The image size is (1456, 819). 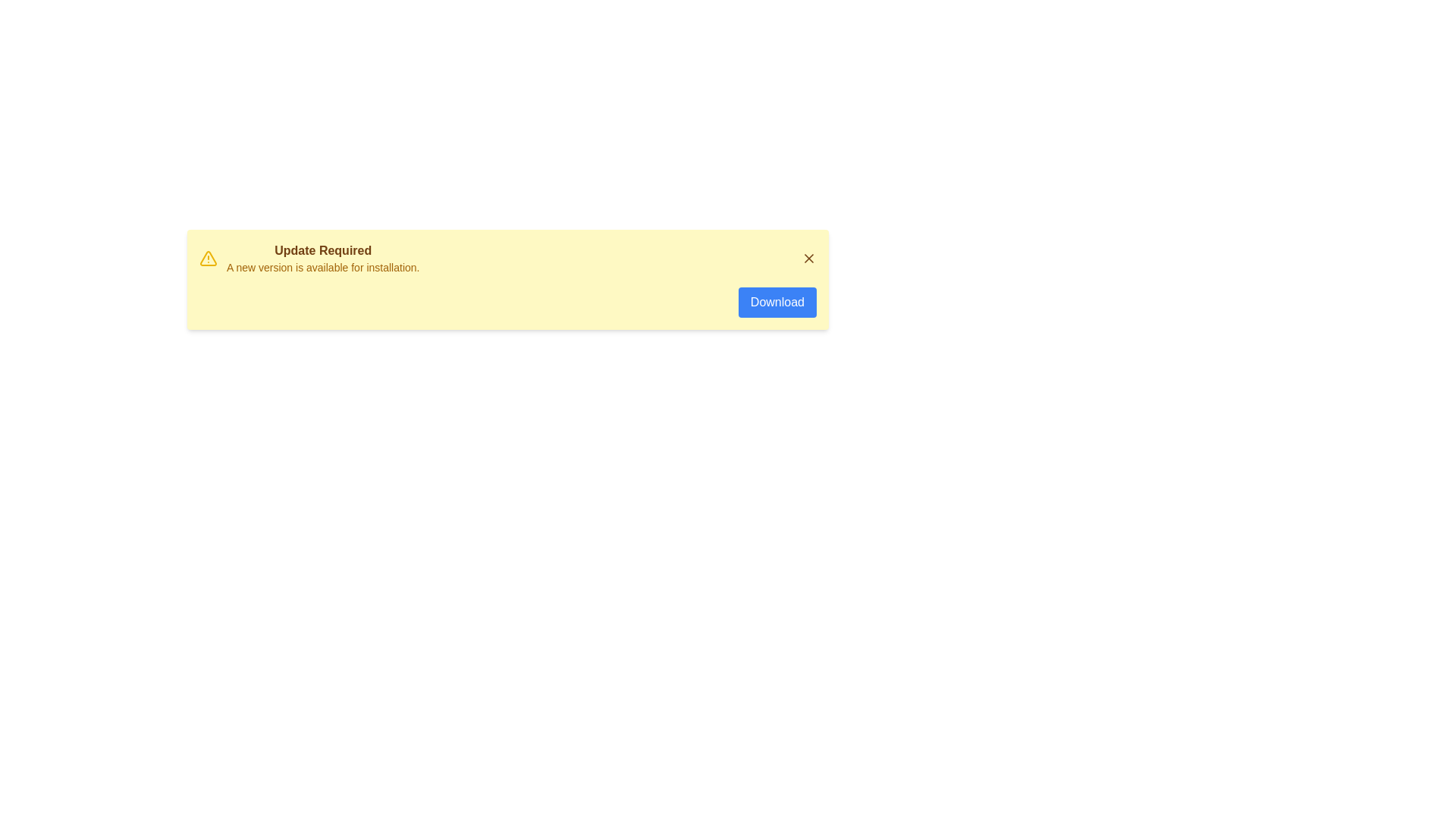 What do you see at coordinates (225, 241) in the screenshot?
I see `the text in the notification alert for copying` at bounding box center [225, 241].